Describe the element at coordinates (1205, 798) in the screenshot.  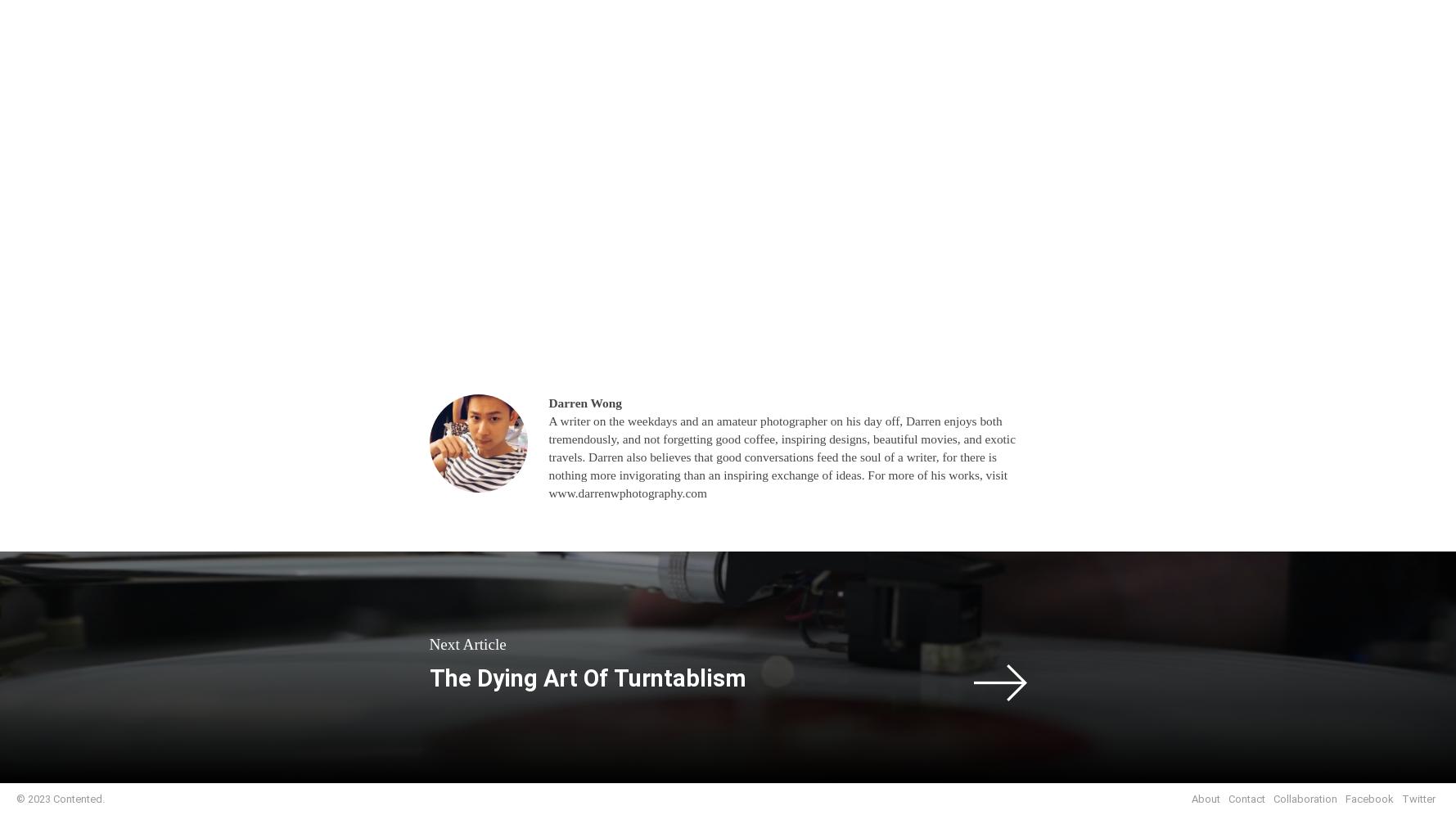
I see `'About'` at that location.